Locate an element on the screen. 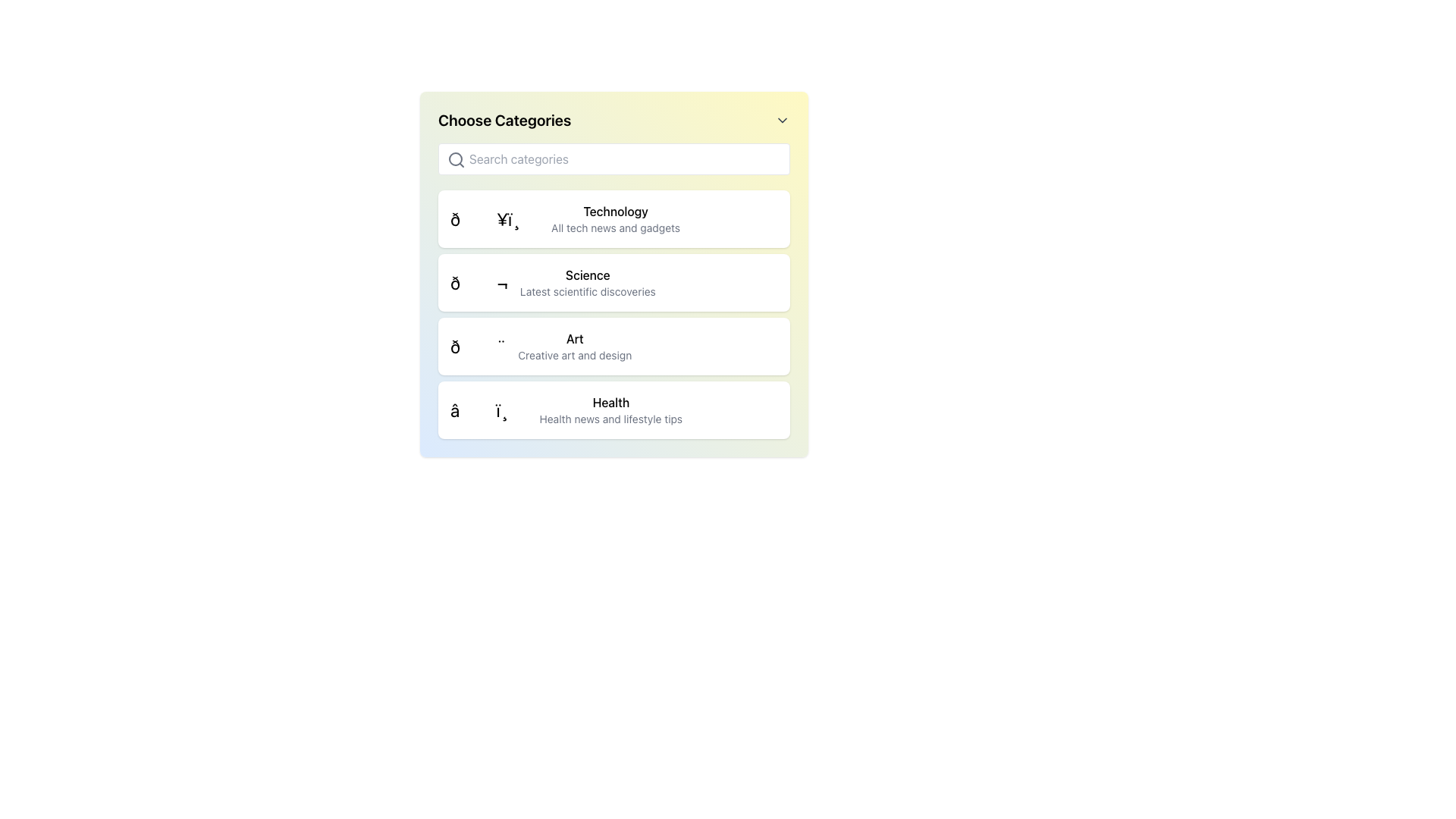 The image size is (1456, 819). the Text-Based Category Label that serves as a category selector for technology-related content, located in the 'Choose Categories' section beneath the search bar is located at coordinates (564, 219).